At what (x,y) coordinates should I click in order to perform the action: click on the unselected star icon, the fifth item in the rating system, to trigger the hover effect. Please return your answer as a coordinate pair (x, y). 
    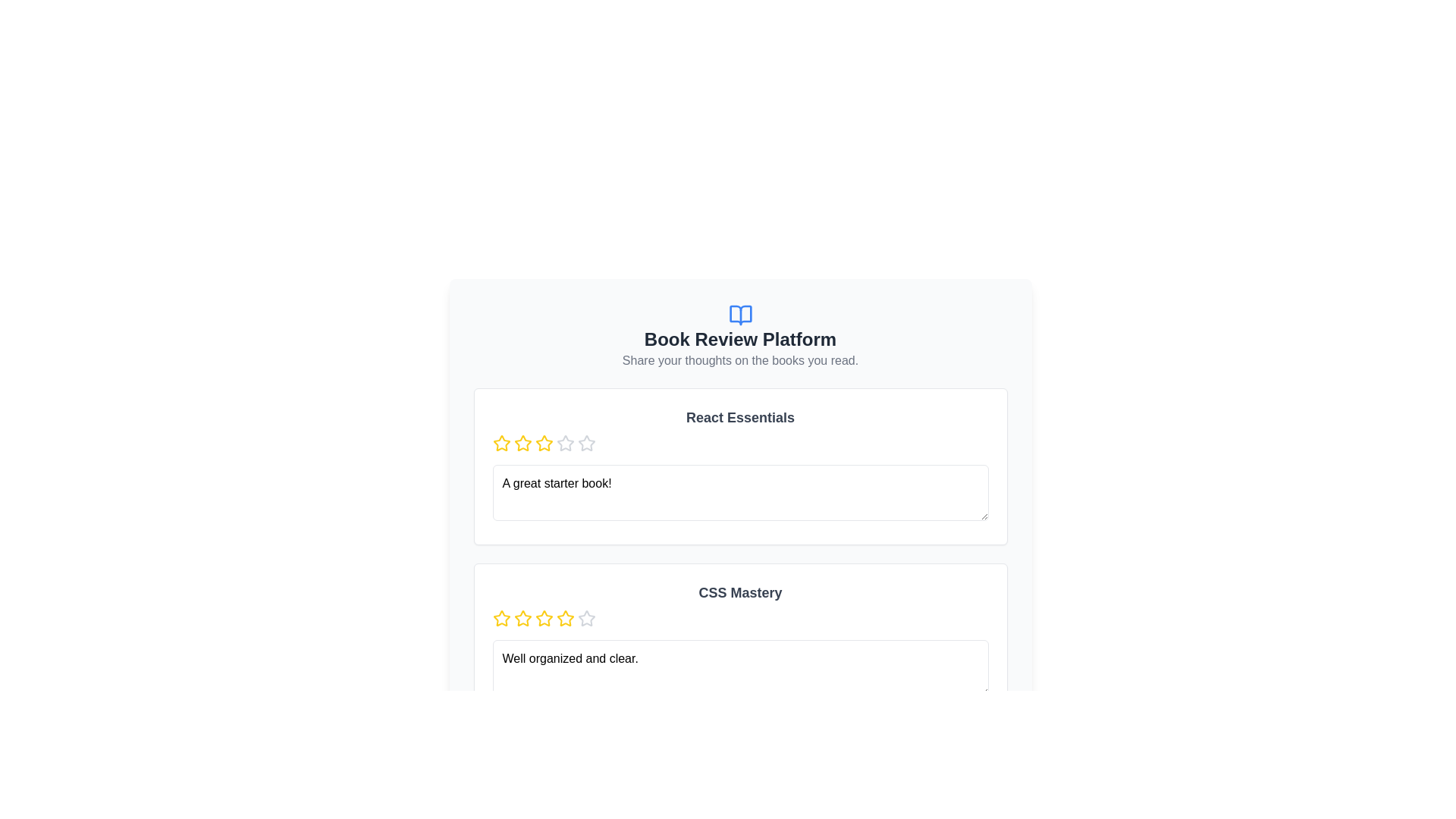
    Looking at the image, I should click on (585, 444).